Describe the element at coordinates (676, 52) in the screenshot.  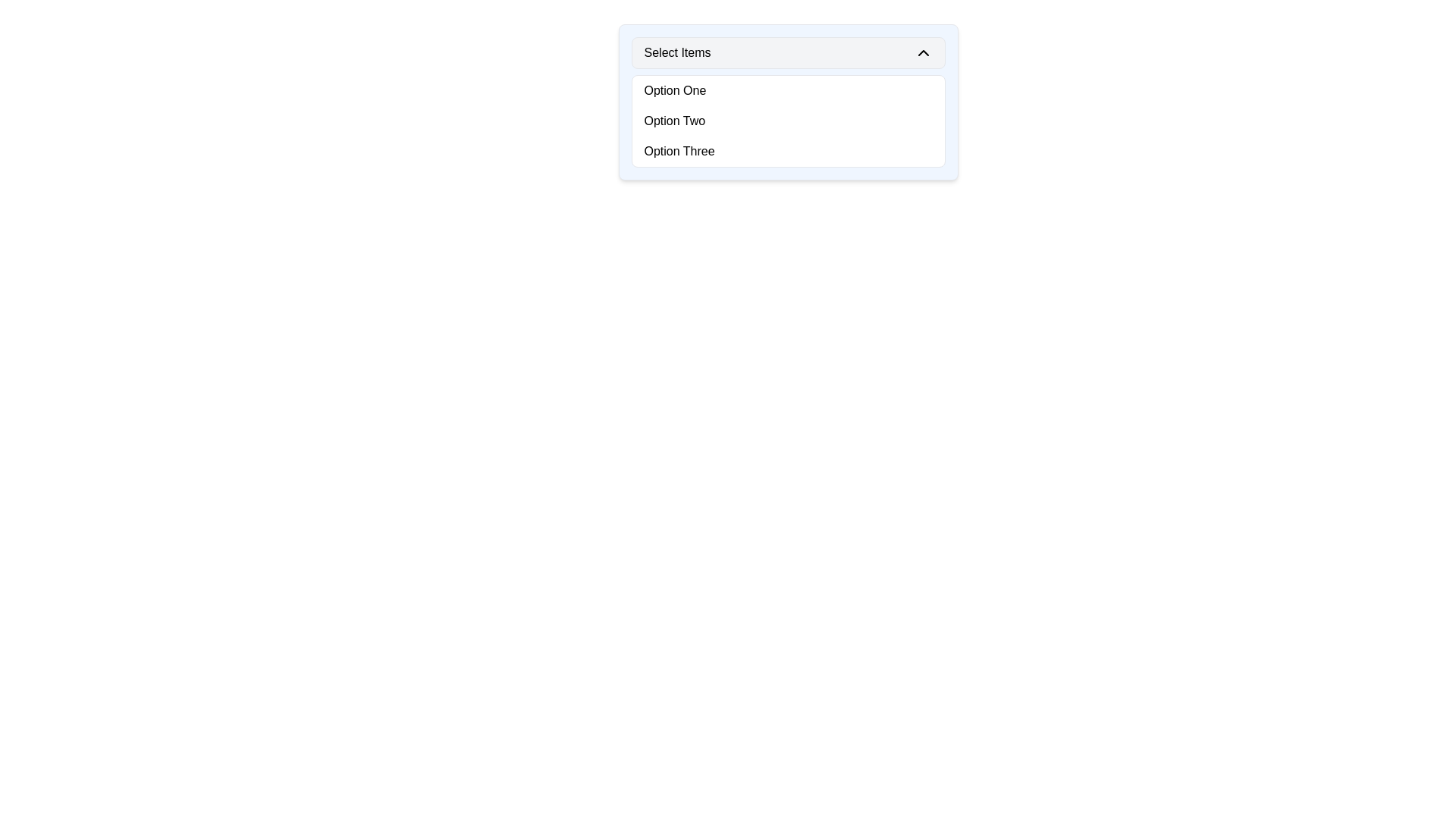
I see `the text label 'Select Items' which indicates the currently selected category in the dropdown menu header` at that location.